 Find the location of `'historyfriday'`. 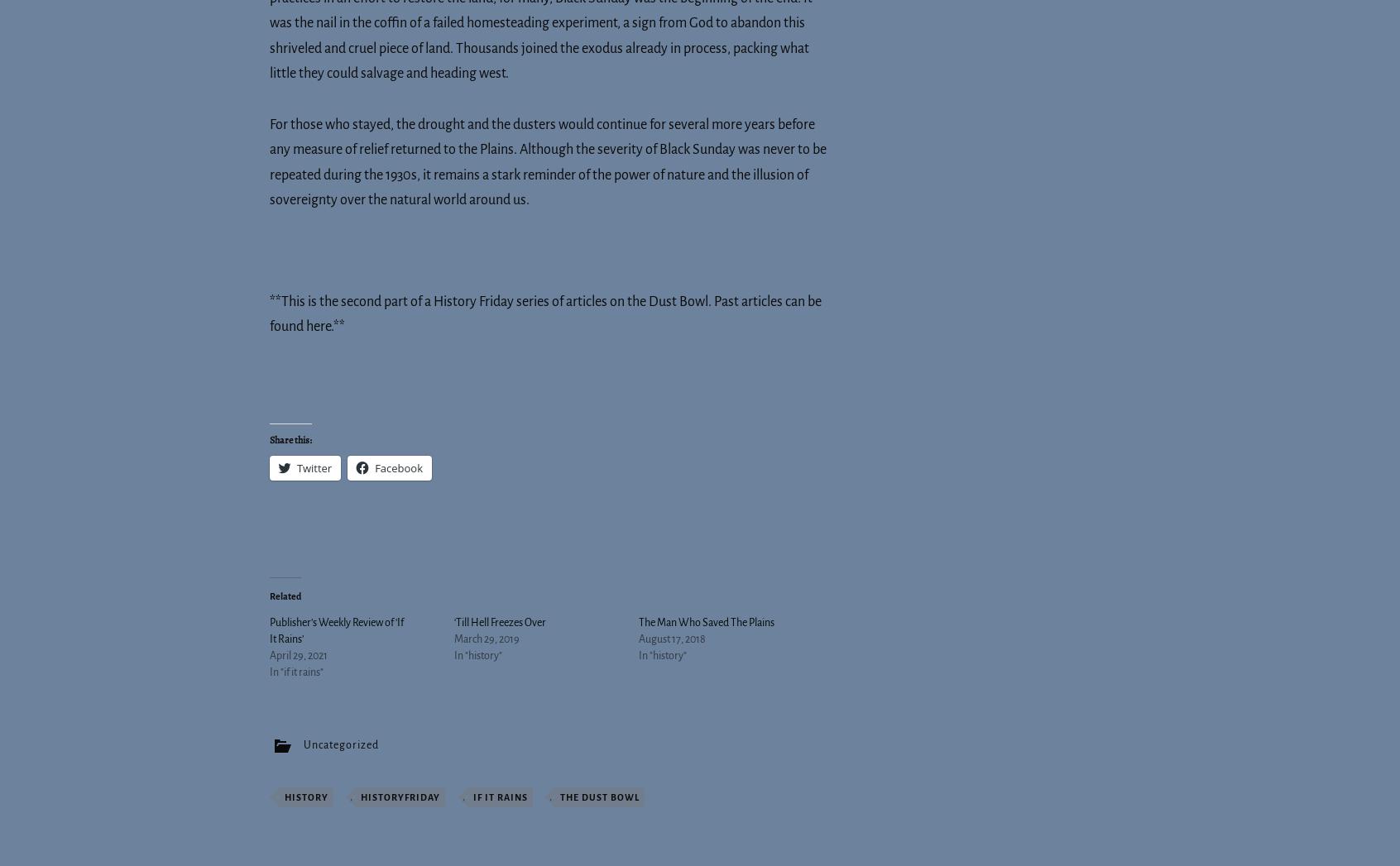

'historyfriday' is located at coordinates (400, 796).